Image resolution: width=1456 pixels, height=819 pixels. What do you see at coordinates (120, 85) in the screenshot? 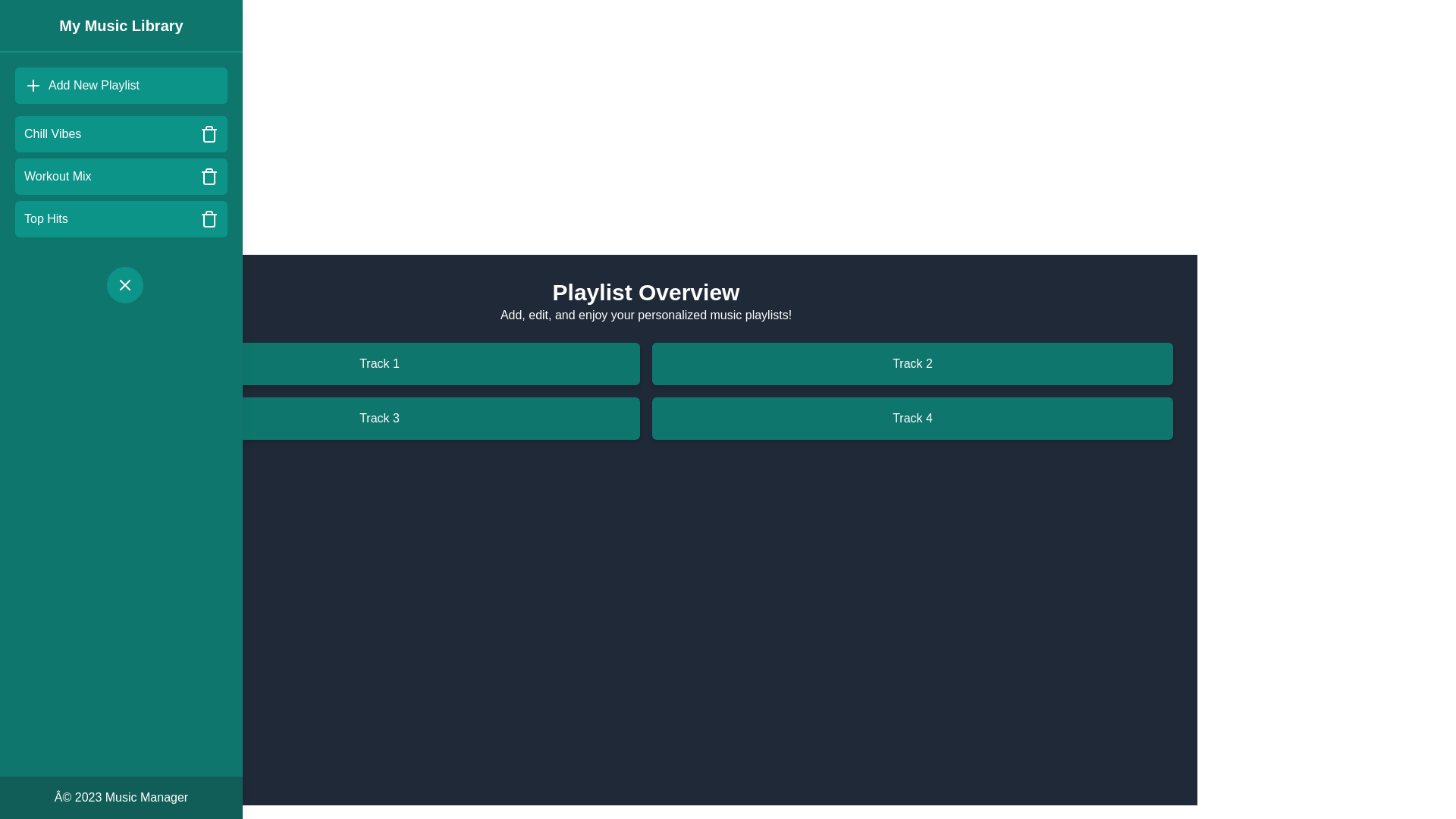
I see `the button at the top of the vertical list in the left sidebar` at bounding box center [120, 85].